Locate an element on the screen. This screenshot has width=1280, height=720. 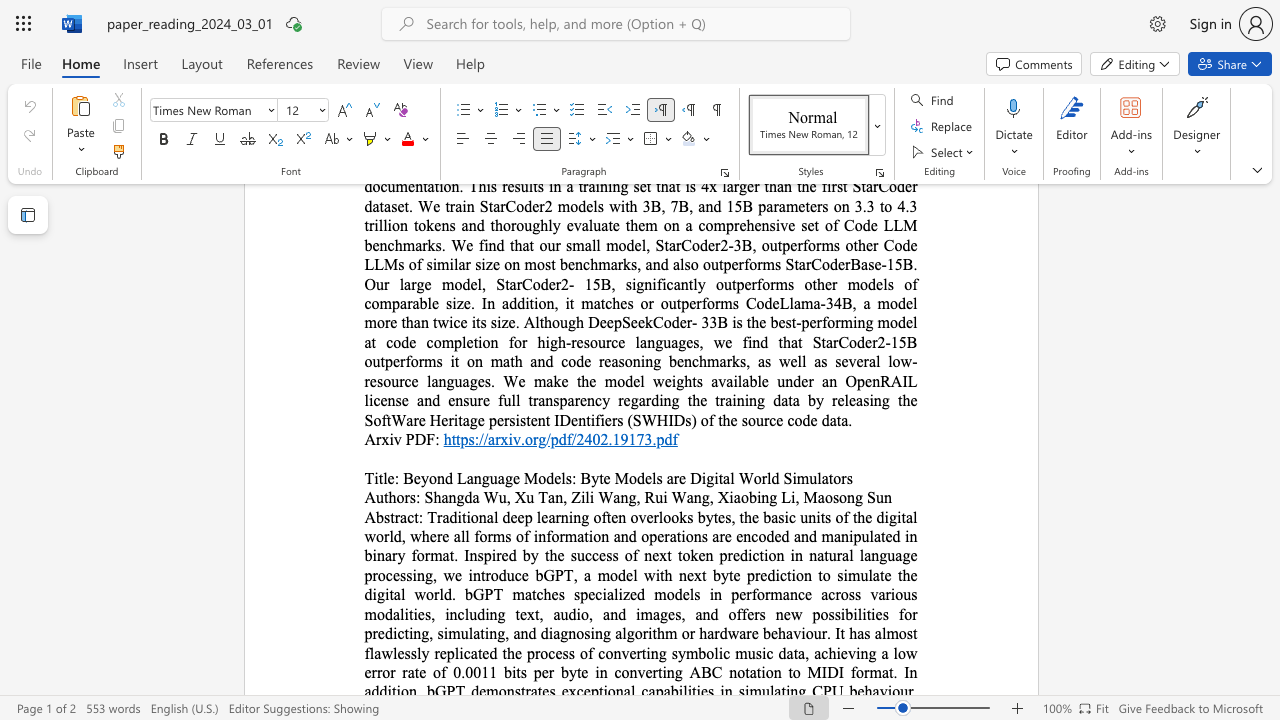
the subset text "ng" within the text "Maosong Sun" is located at coordinates (847, 496).